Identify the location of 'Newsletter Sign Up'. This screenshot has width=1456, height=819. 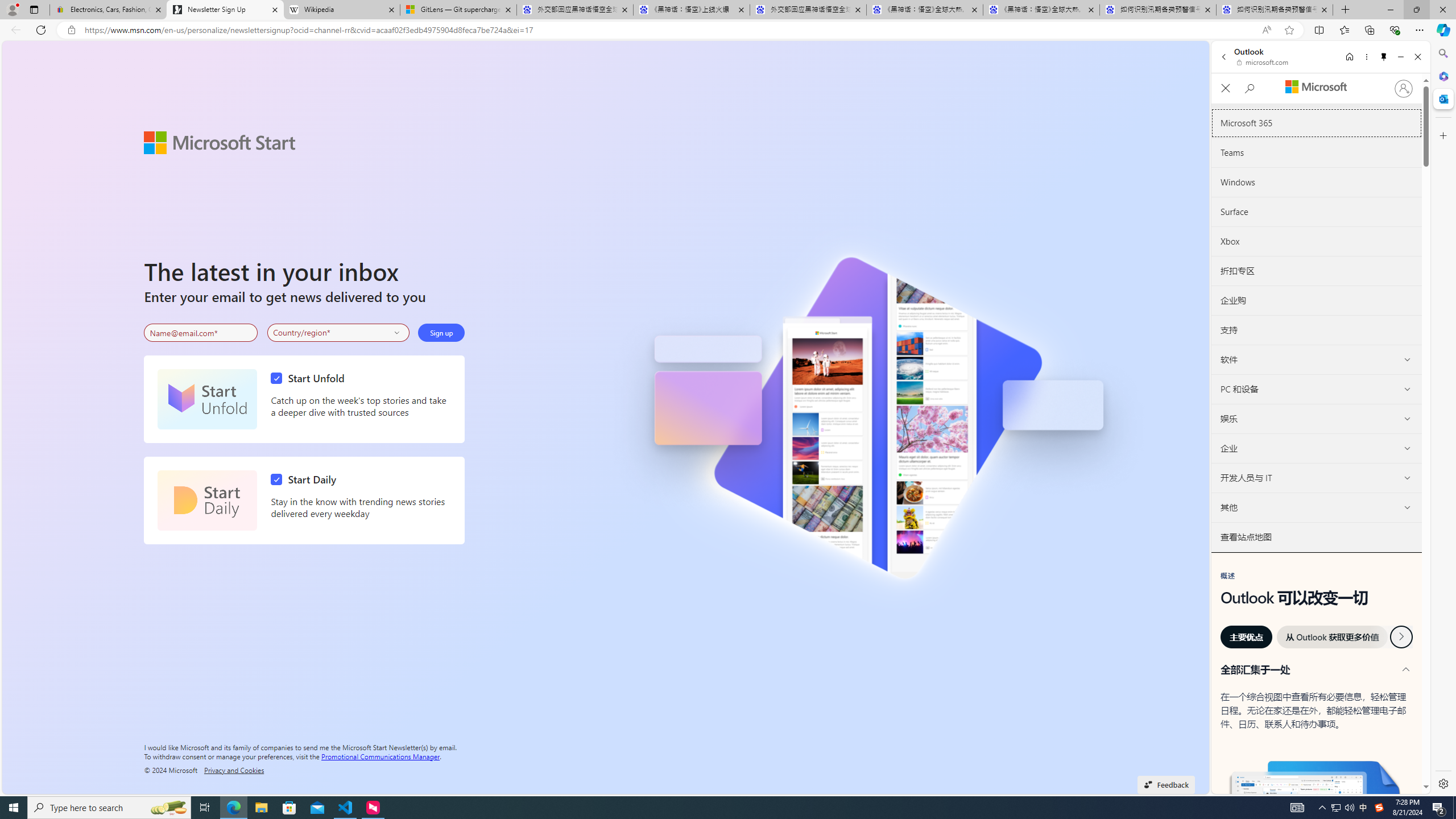
(225, 9).